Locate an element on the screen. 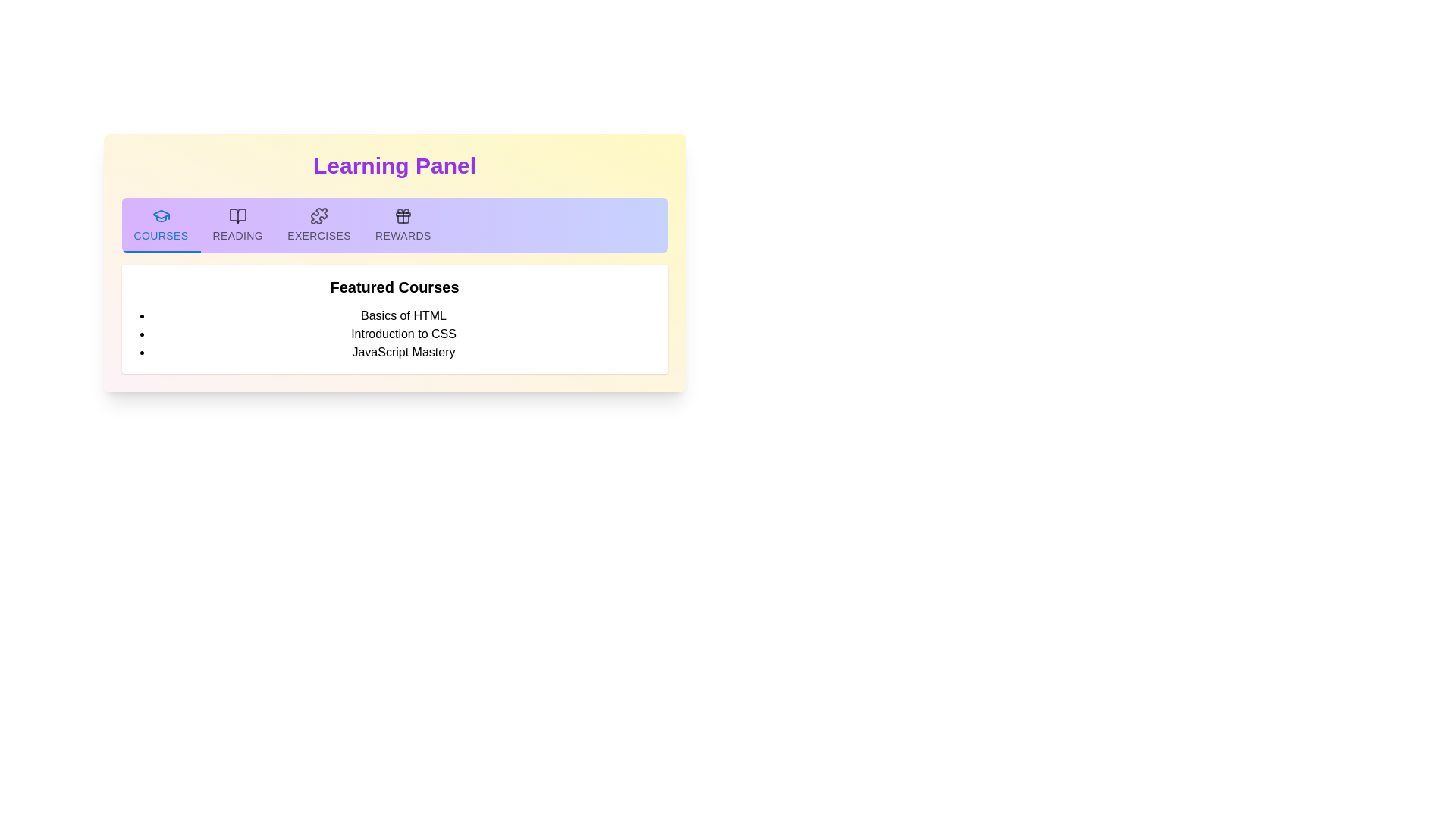 The image size is (1456, 819). text header labeled 'Featured Courses', which is styled in bold and larger font, positioned below the navigation bar and above the list of courses is located at coordinates (394, 287).